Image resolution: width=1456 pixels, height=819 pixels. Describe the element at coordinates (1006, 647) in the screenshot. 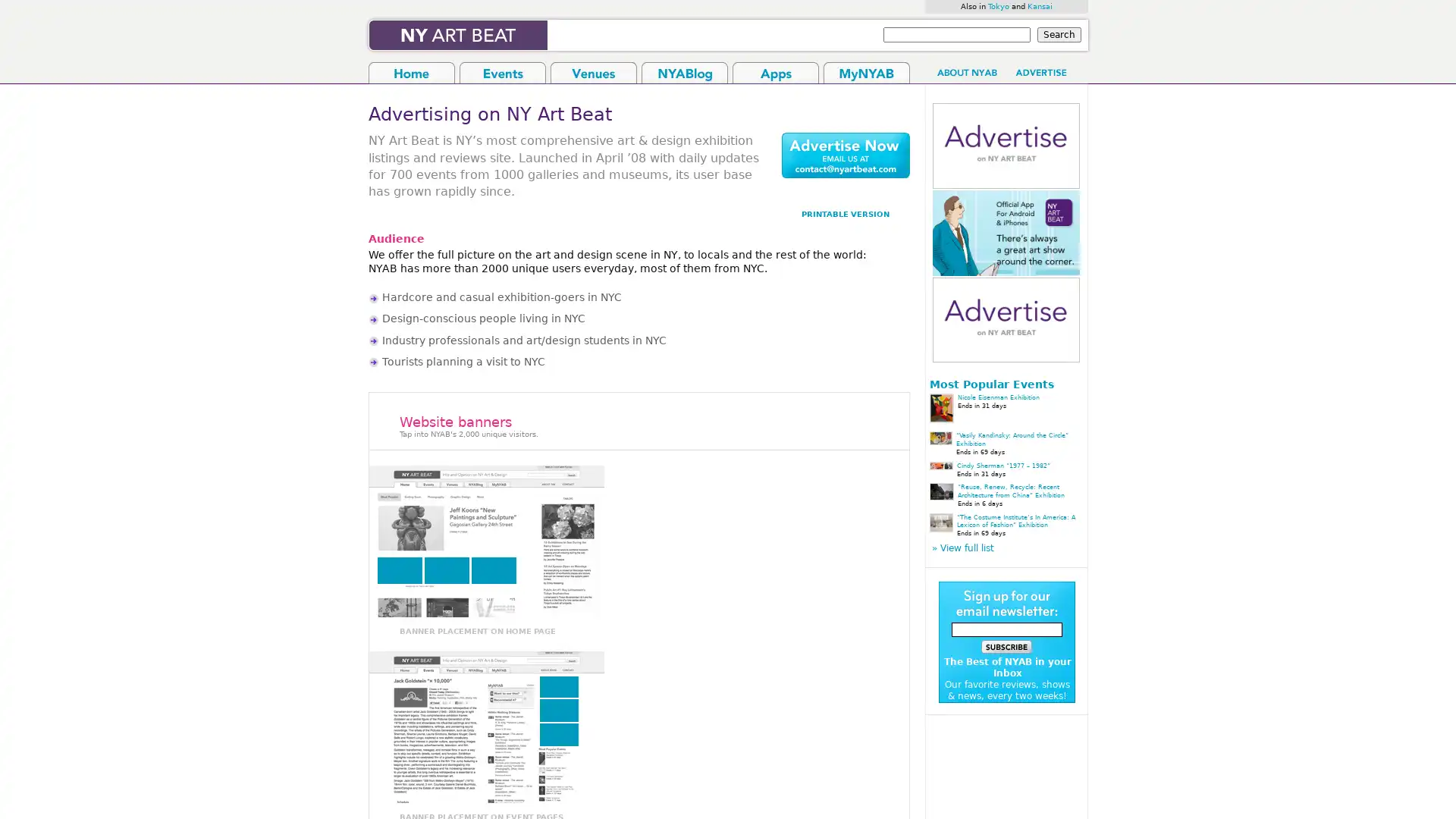

I see `submit` at that location.